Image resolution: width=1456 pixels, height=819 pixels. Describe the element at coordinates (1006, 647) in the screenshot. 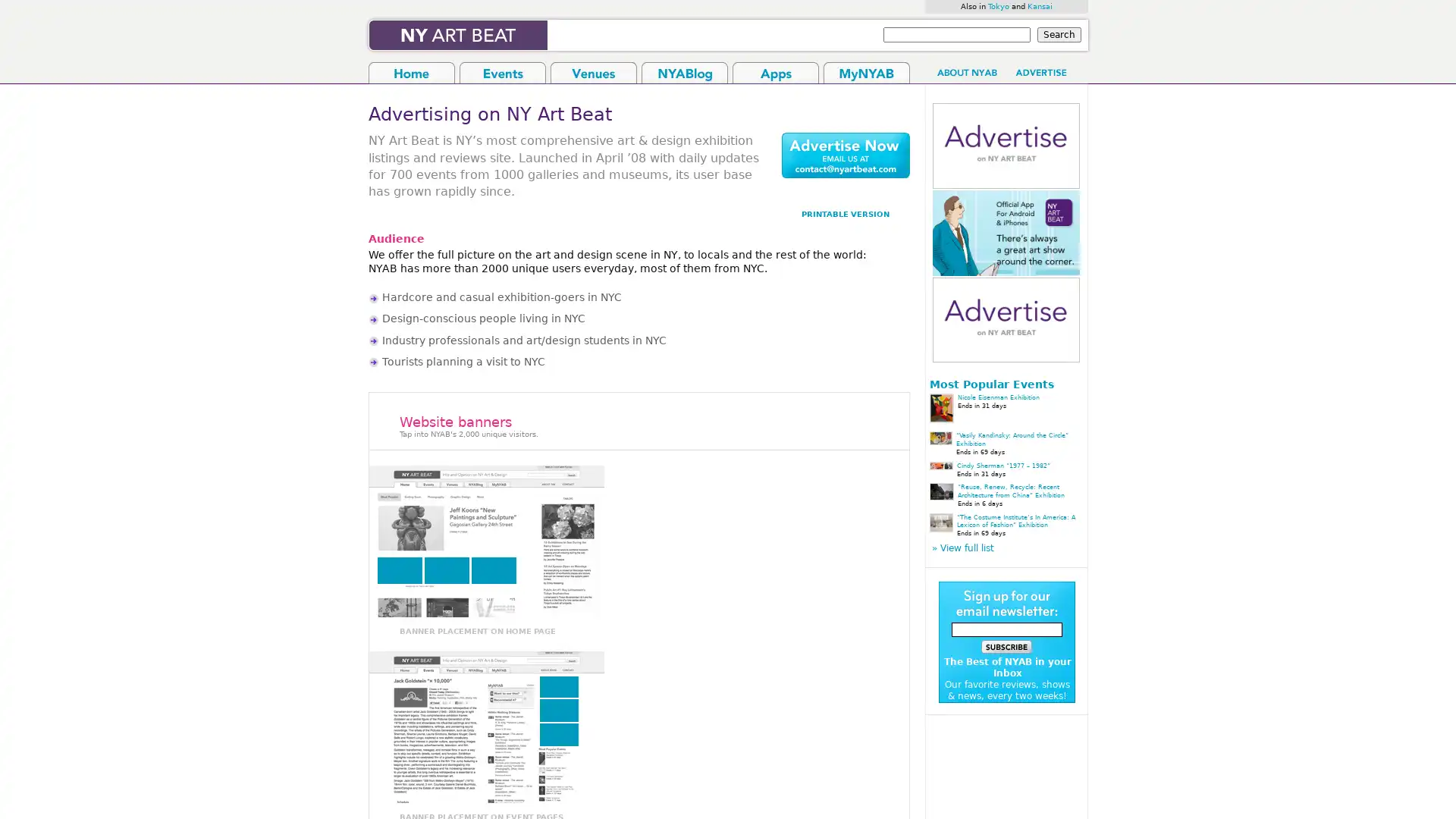

I see `submit` at that location.